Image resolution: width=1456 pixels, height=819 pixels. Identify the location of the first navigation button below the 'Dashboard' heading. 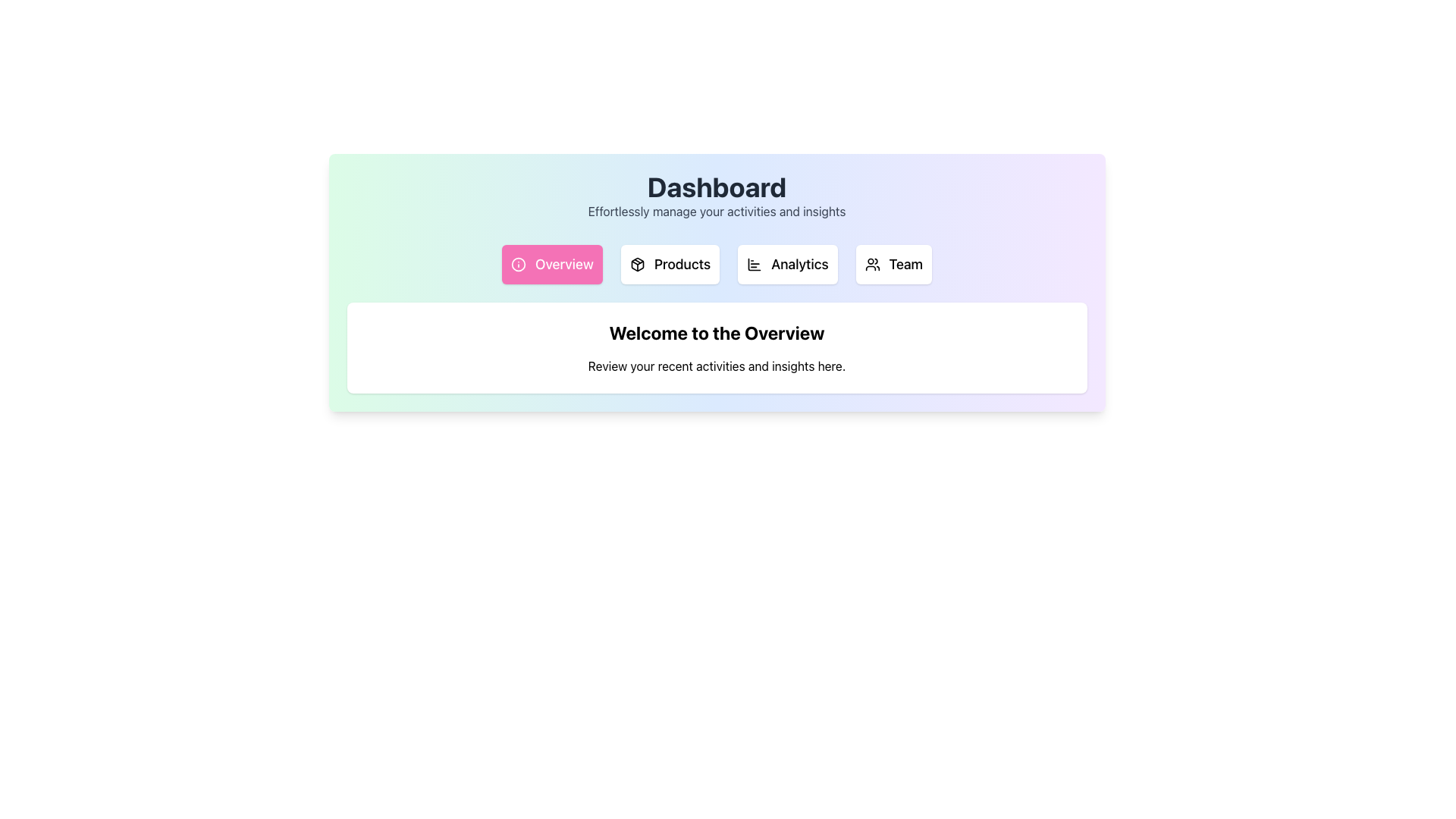
(551, 263).